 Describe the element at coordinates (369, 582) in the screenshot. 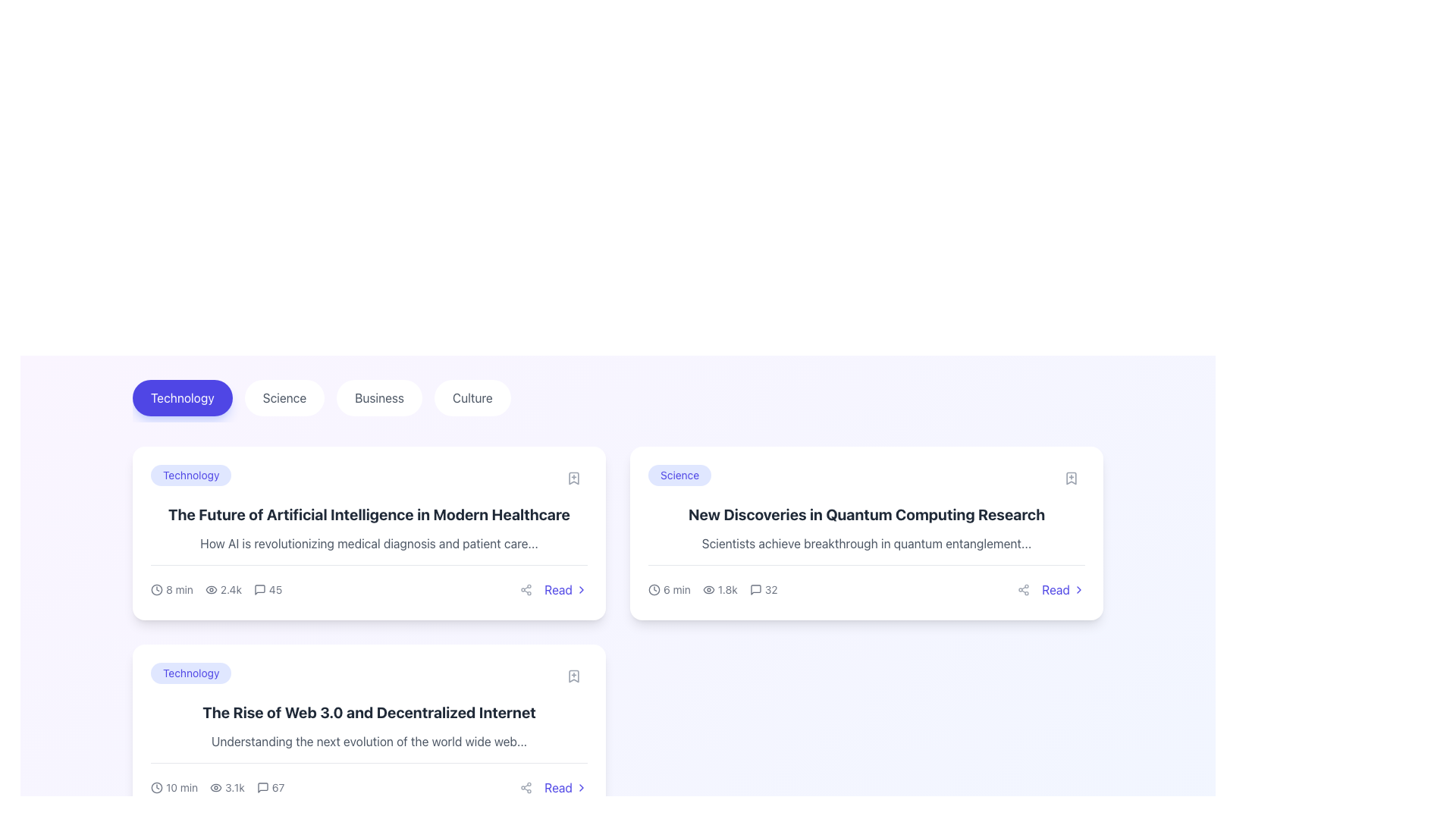

I see `the metadata section at the bottom of the card titled 'The Future of Artificial Intelligence in Modern Healthcare' to focus on the respective data` at that location.